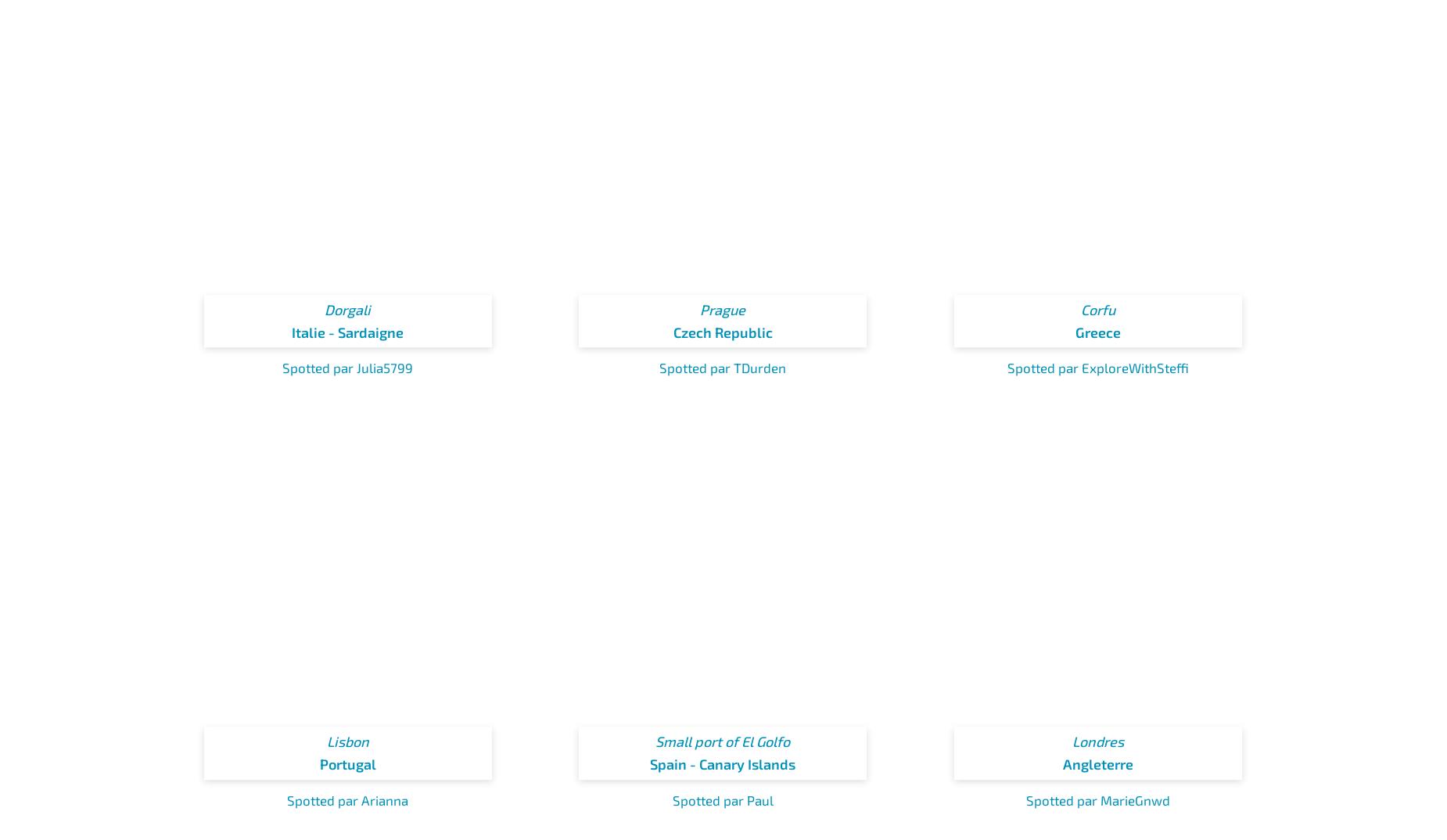 The width and height of the screenshot is (1447, 840). Describe the element at coordinates (1097, 741) in the screenshot. I see `'Londres'` at that location.